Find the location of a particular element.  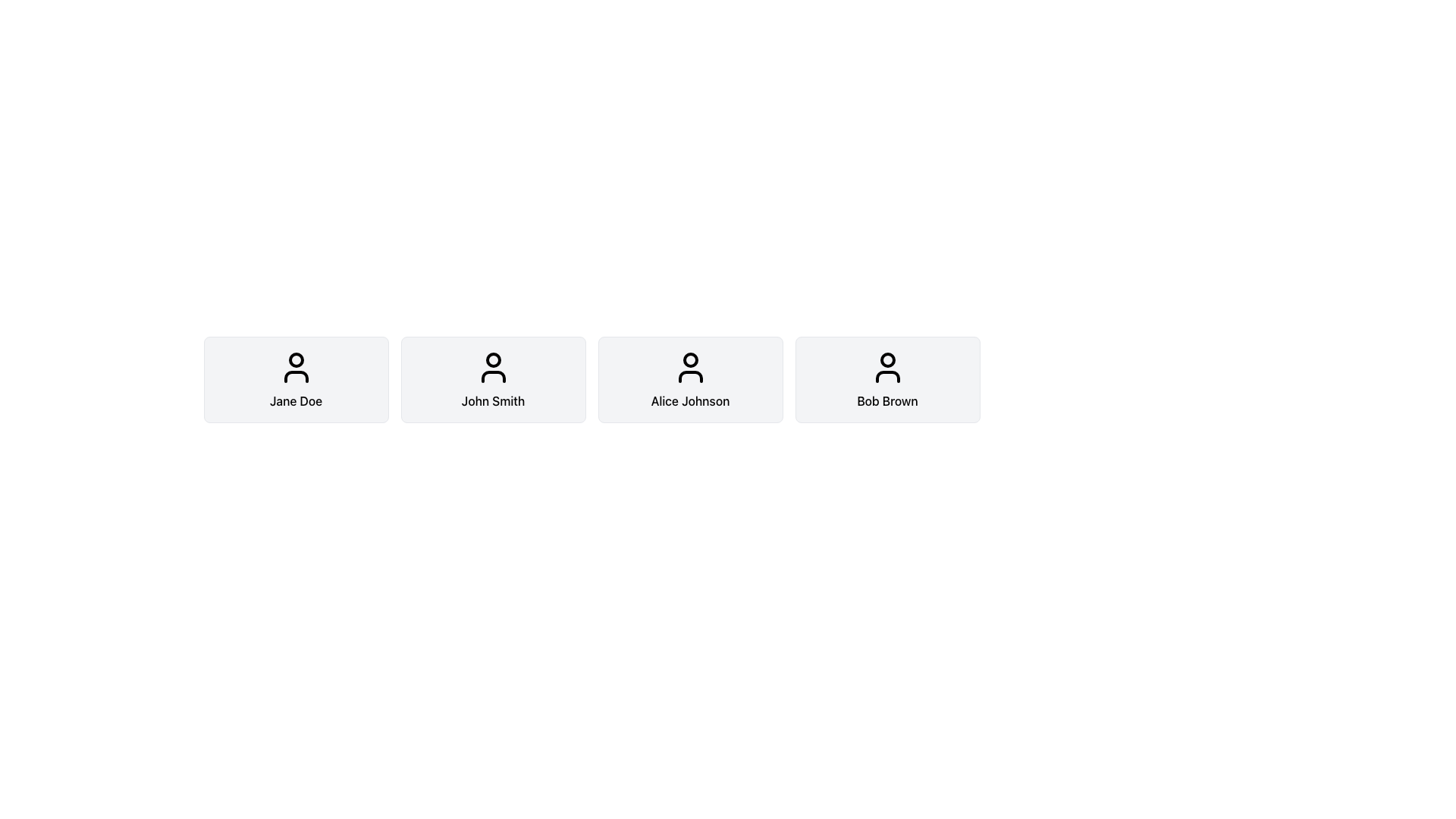

the user icon, which is a circular head with shoulders, located at the top center of the profile card labeled 'John Smith' is located at coordinates (493, 368).